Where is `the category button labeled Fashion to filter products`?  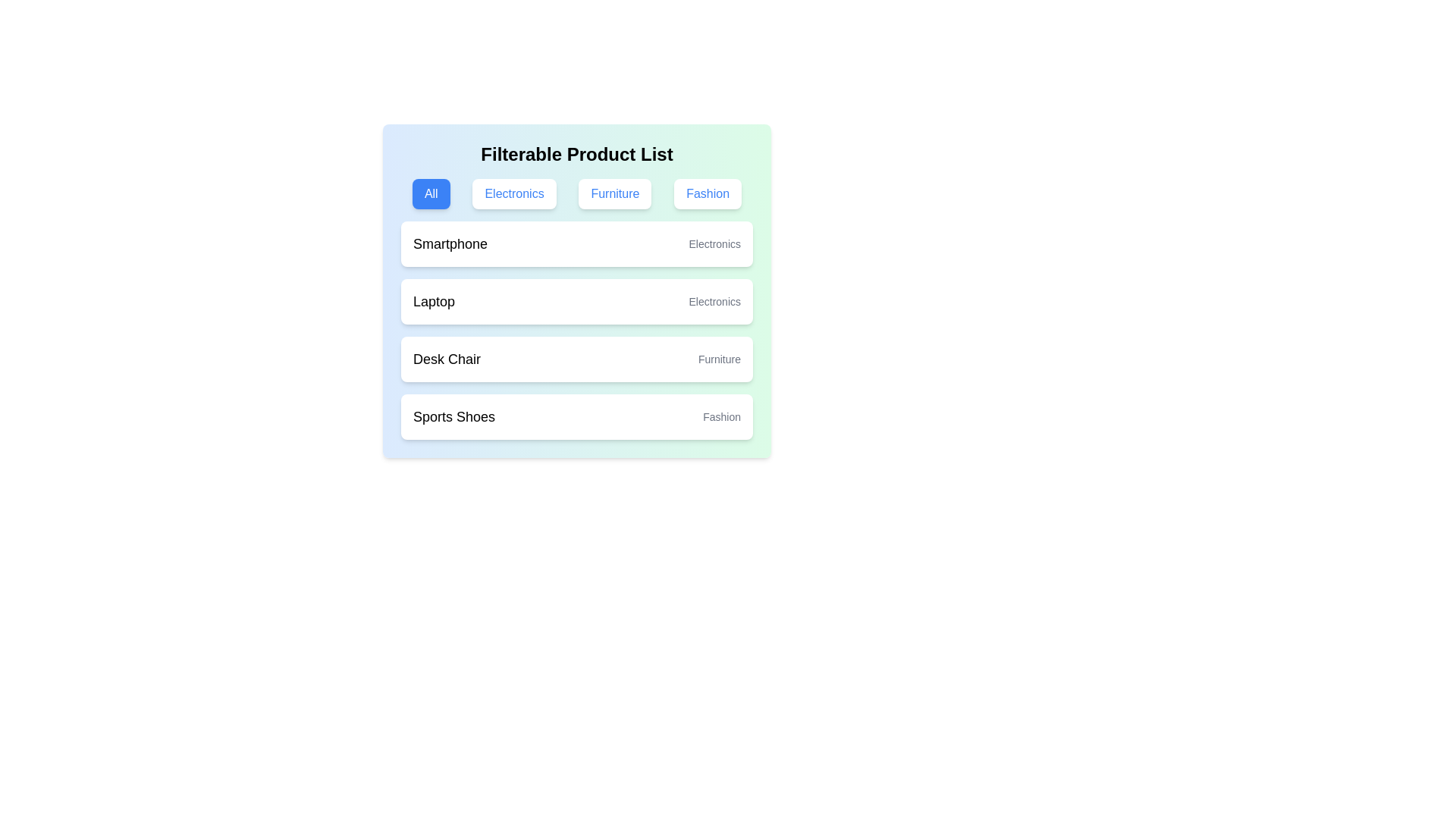 the category button labeled Fashion to filter products is located at coordinates (707, 193).